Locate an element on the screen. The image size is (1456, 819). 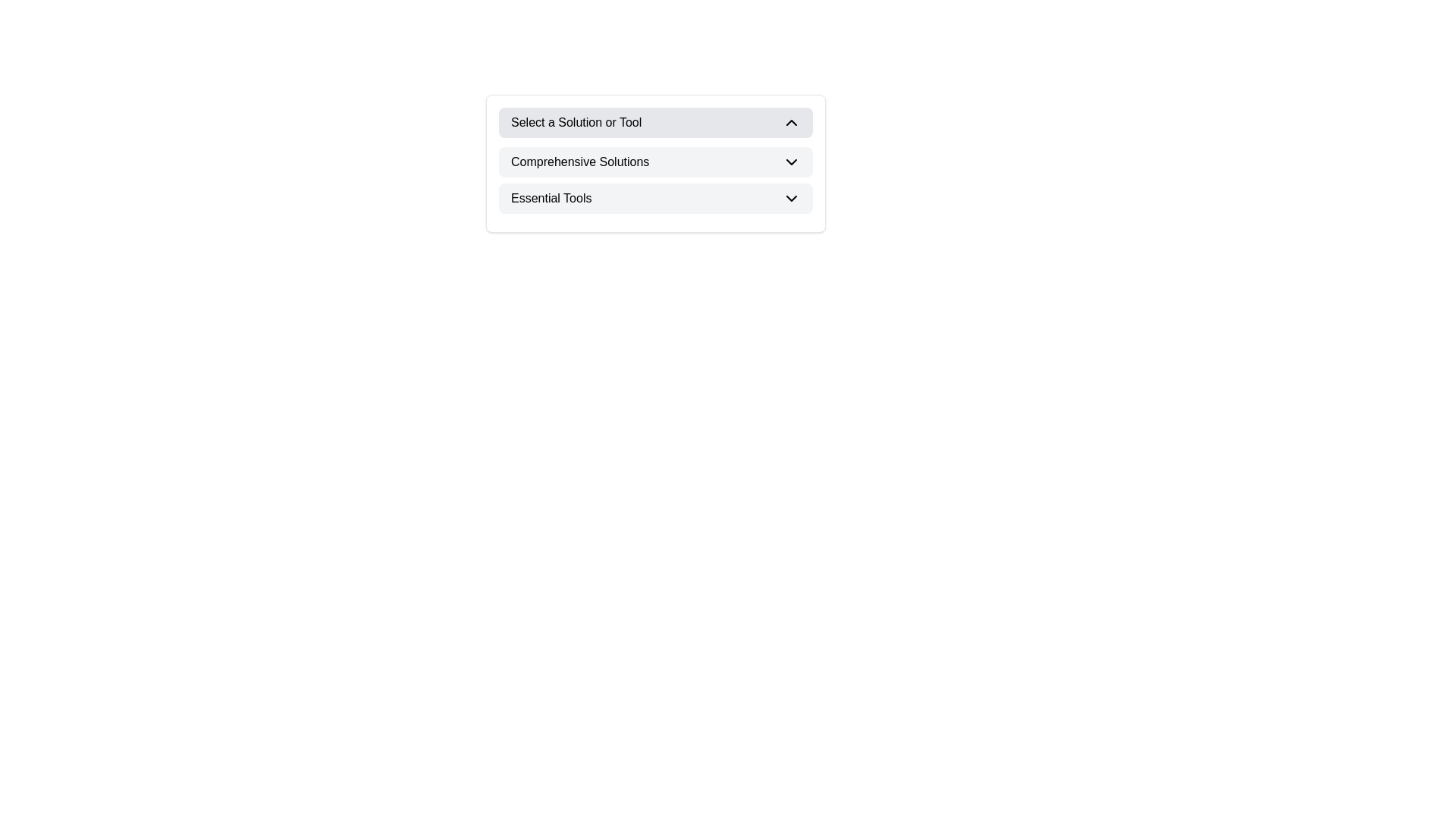
the non-interactive text label that is the second item in a vertical list, located below the 'Select a Solution or Tool' label and above the 'Essential Tools' label is located at coordinates (579, 162).